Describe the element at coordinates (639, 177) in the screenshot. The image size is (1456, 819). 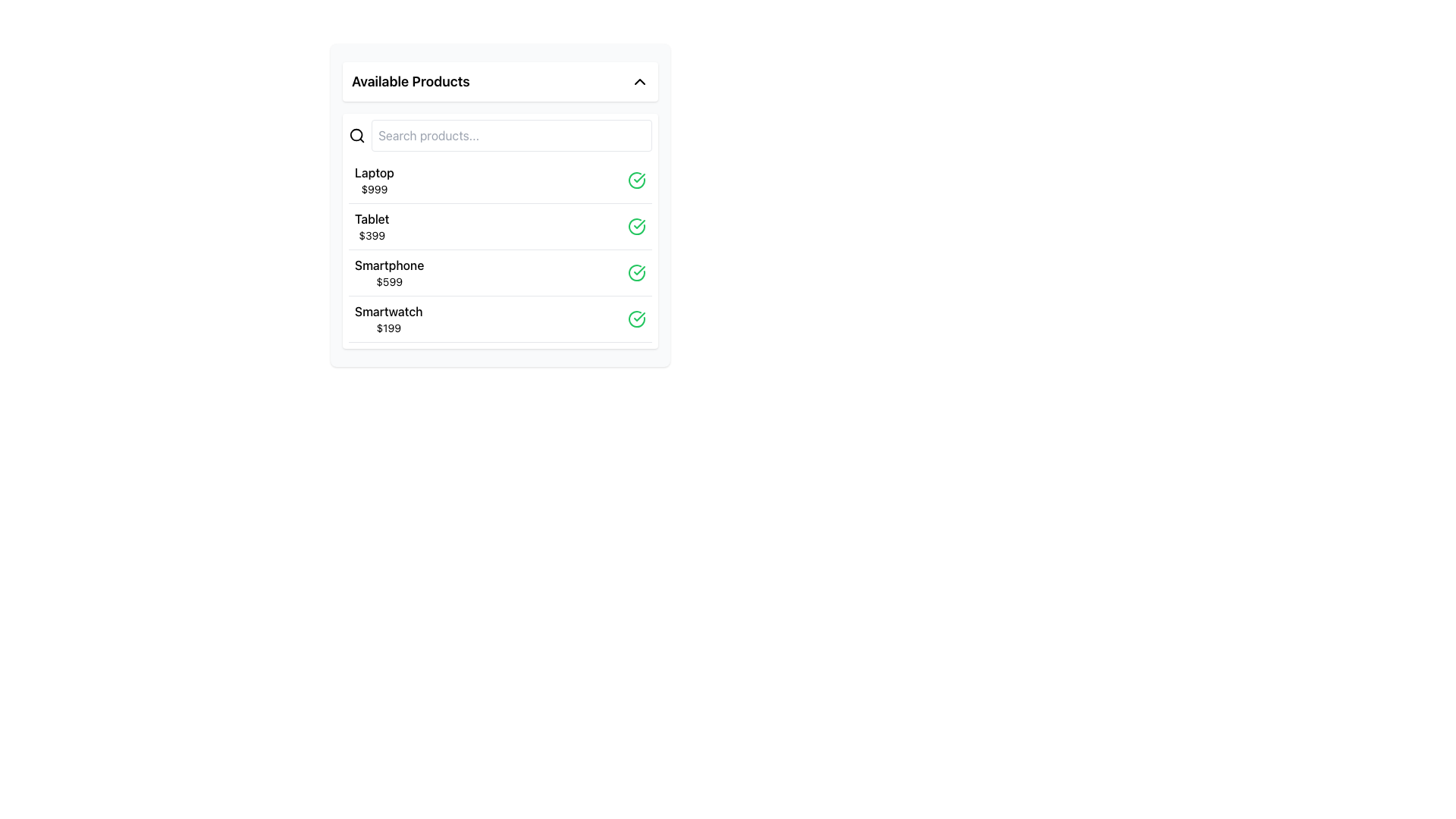
I see `the green checkmark icon located next to the 'Tablet $399' text in the product list` at that location.